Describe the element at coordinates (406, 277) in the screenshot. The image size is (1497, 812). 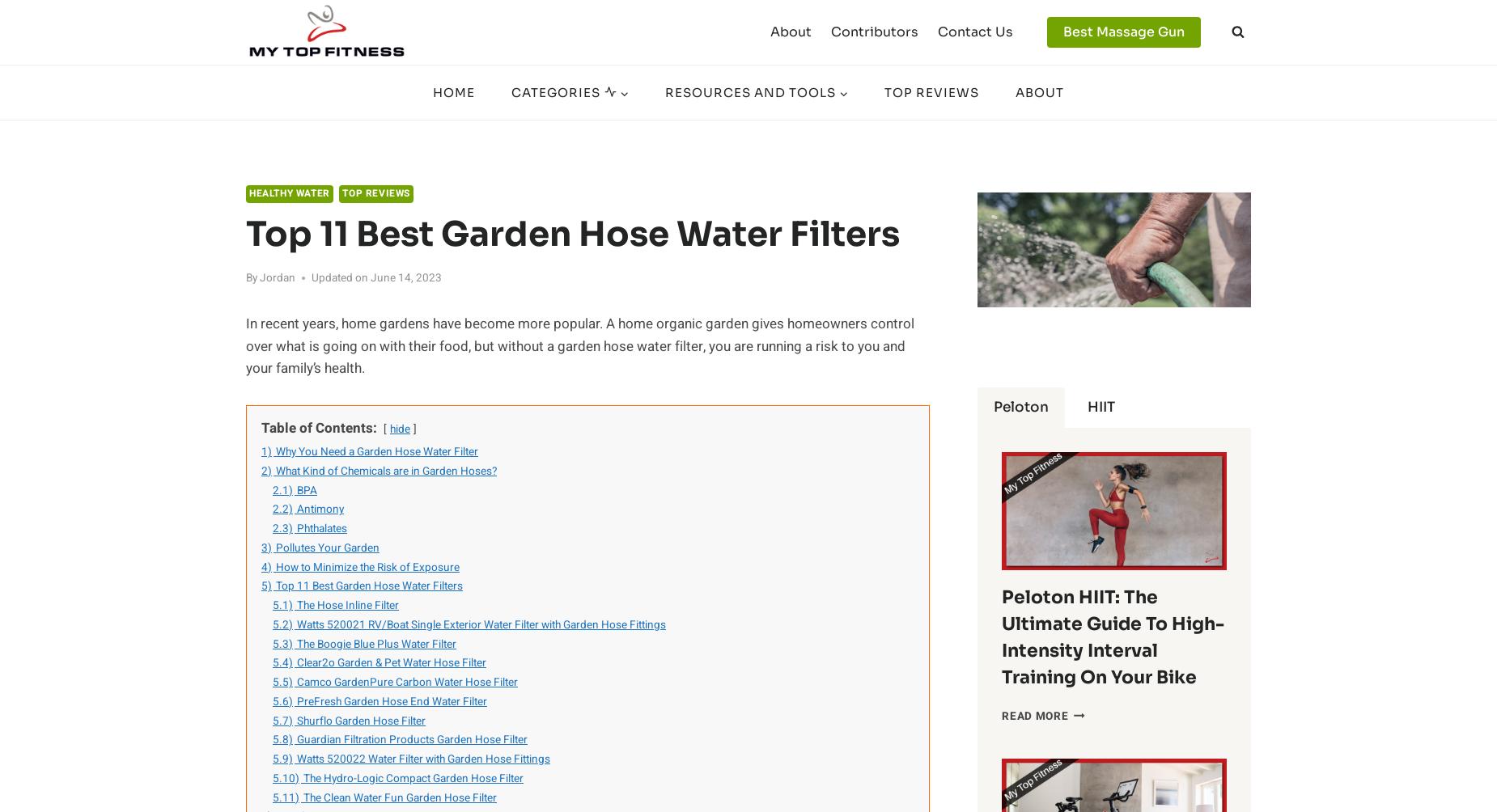
I see `'June 14, 2023'` at that location.